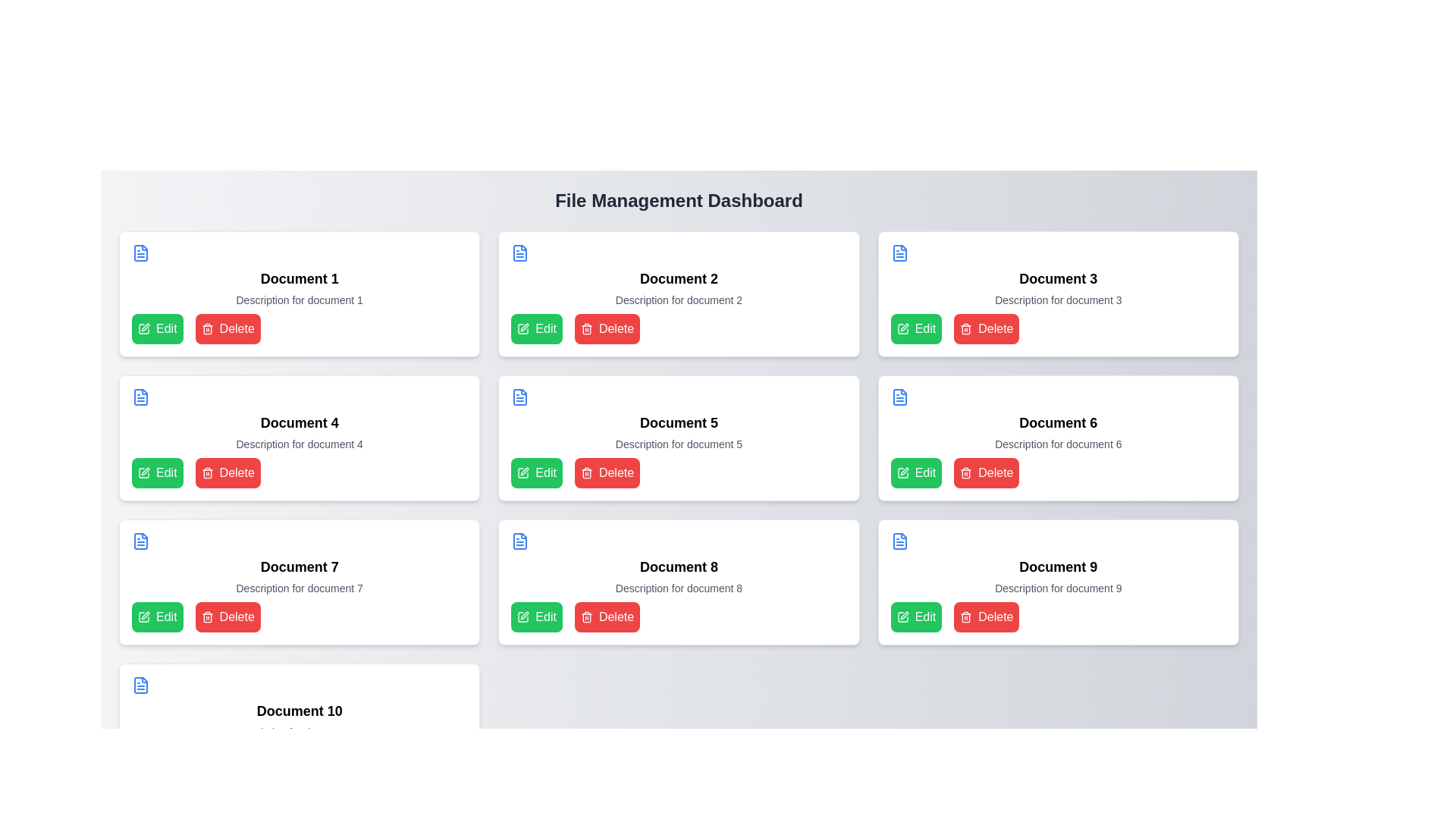  I want to click on the green 'Edit' button with a pen icon located in the top-left corner of the 'Document 1' card to initiate editing, so click(157, 328).